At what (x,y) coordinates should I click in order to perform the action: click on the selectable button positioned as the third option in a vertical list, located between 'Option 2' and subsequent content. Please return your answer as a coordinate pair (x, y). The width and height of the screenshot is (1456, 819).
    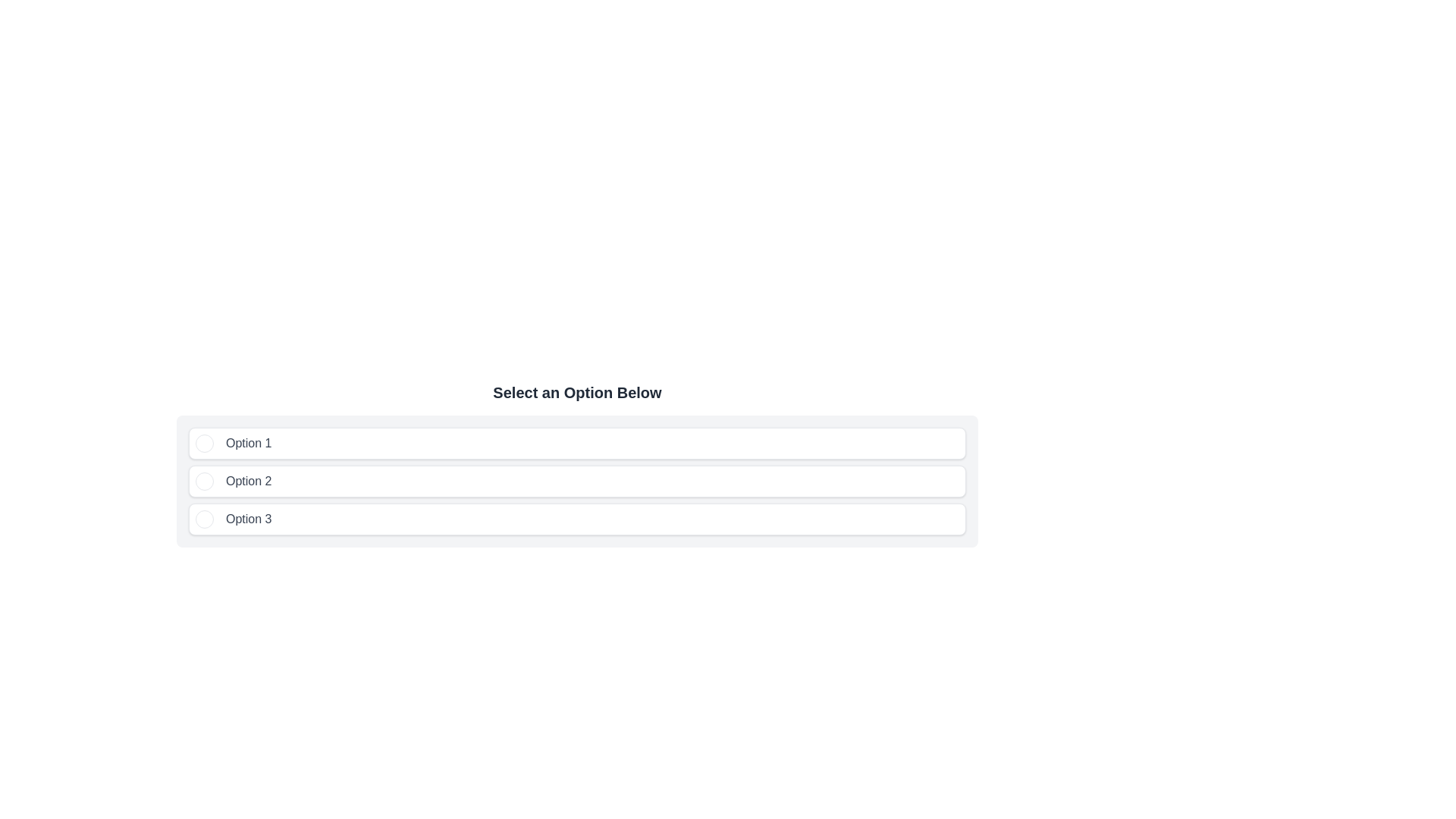
    Looking at the image, I should click on (576, 519).